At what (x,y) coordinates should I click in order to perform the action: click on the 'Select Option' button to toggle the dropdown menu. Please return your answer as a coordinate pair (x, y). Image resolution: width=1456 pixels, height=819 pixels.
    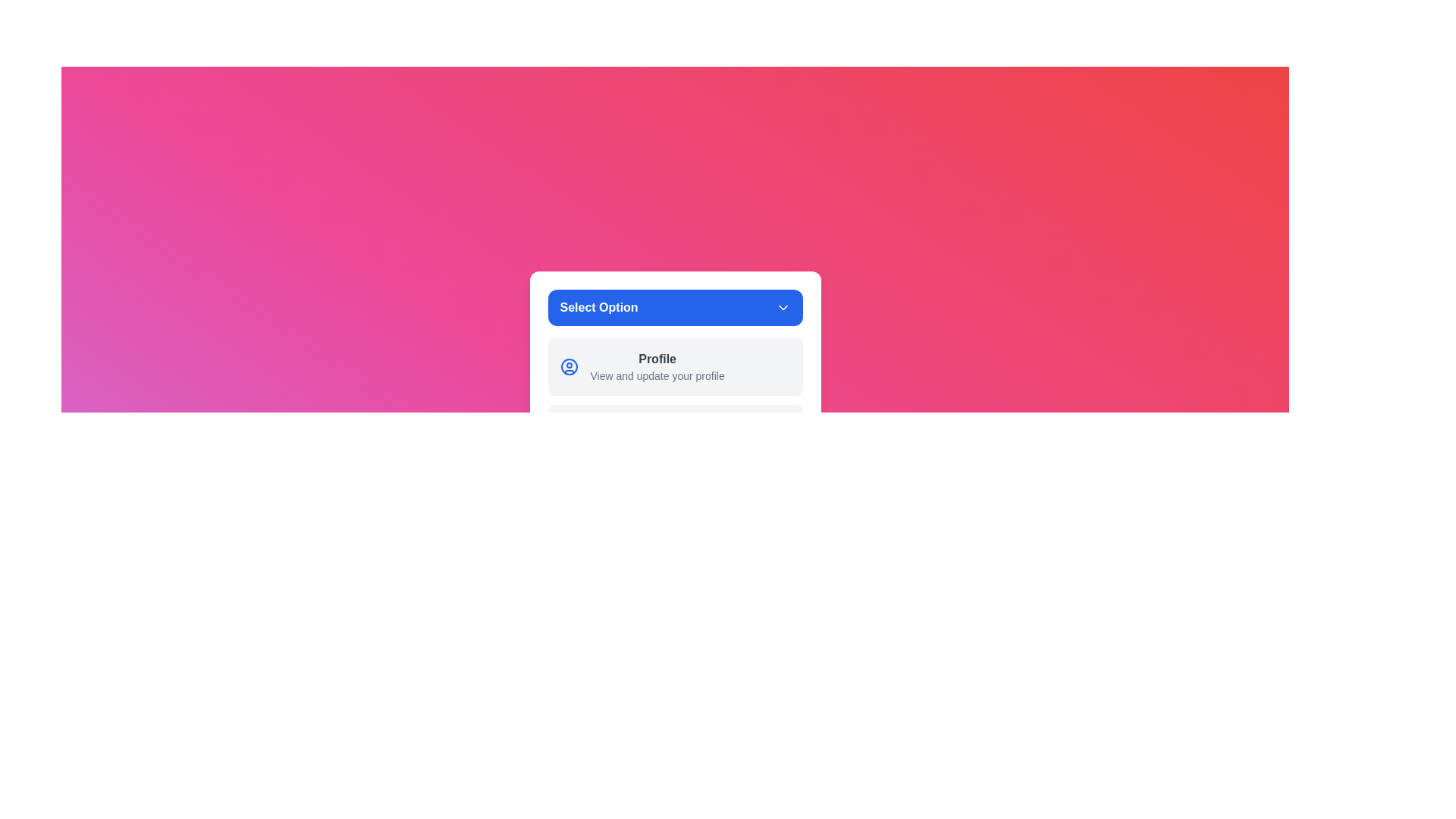
    Looking at the image, I should click on (674, 307).